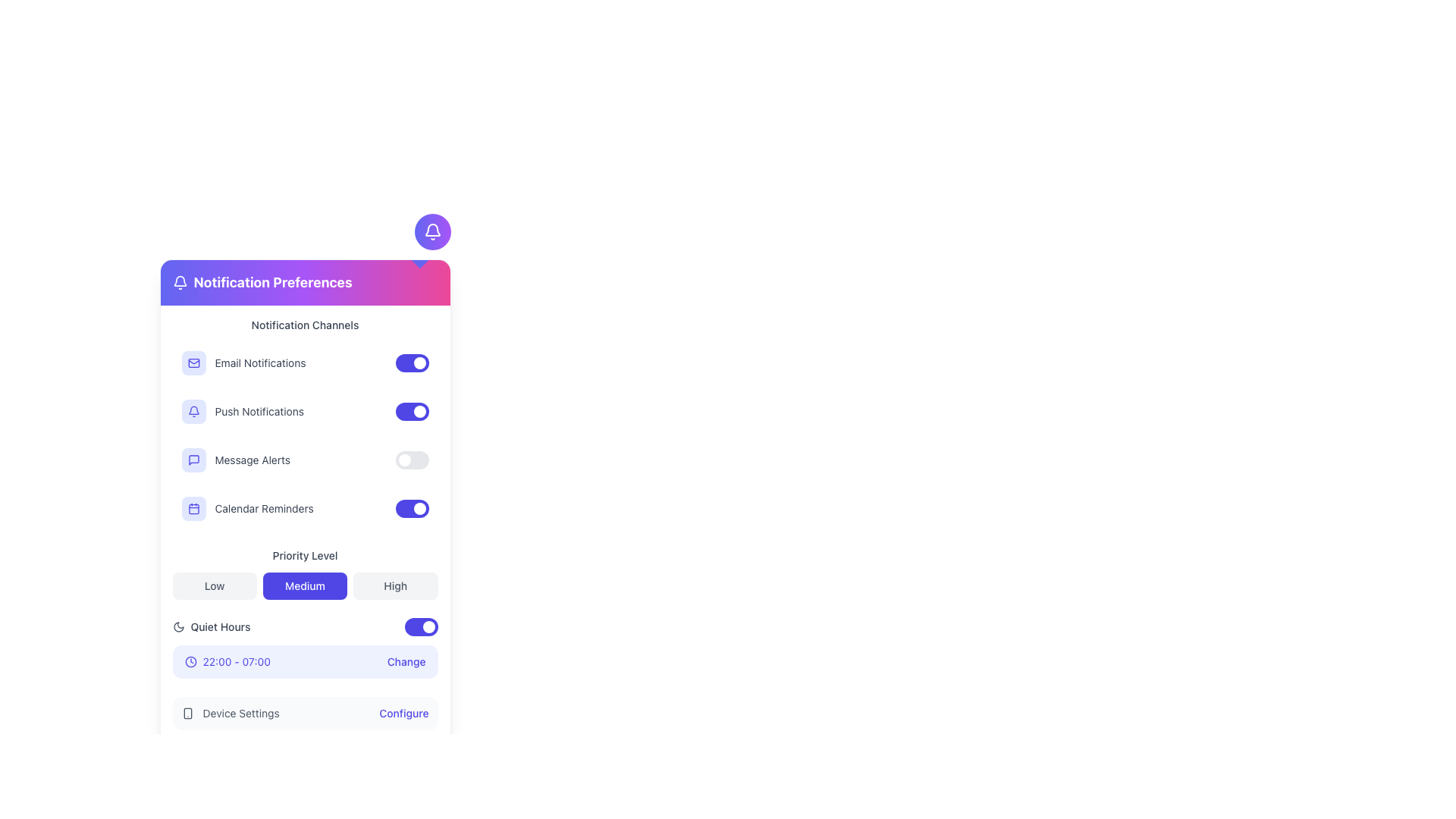 The height and width of the screenshot is (819, 1456). I want to click on the toggle switch knob for 'Message Alerts' located on the left inside the toggle switch in the Notification Preferences section, so click(404, 459).